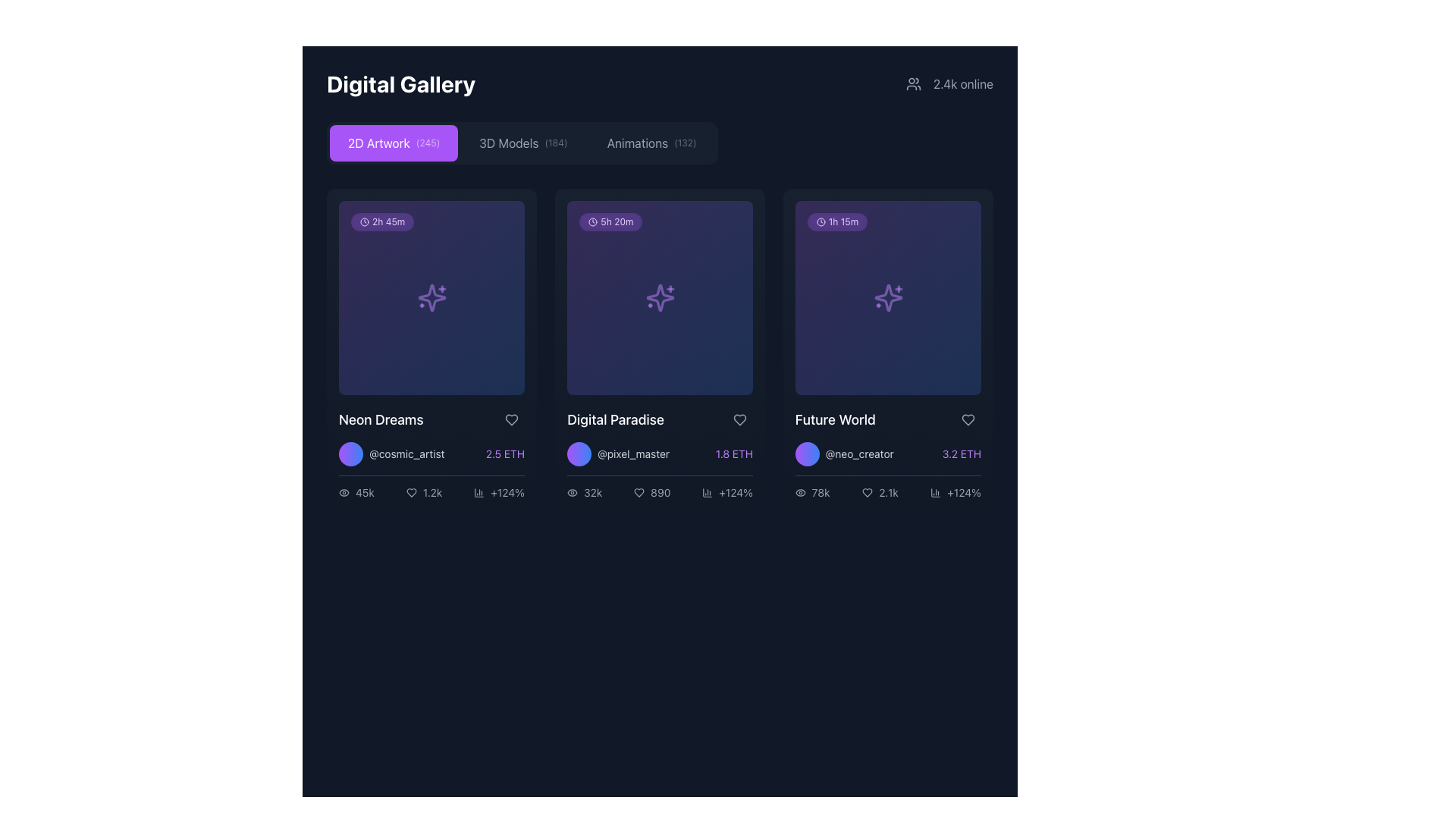 The image size is (1456, 819). I want to click on the small clock icon located in the top-left corner of the 'Future World' card, so click(821, 222).